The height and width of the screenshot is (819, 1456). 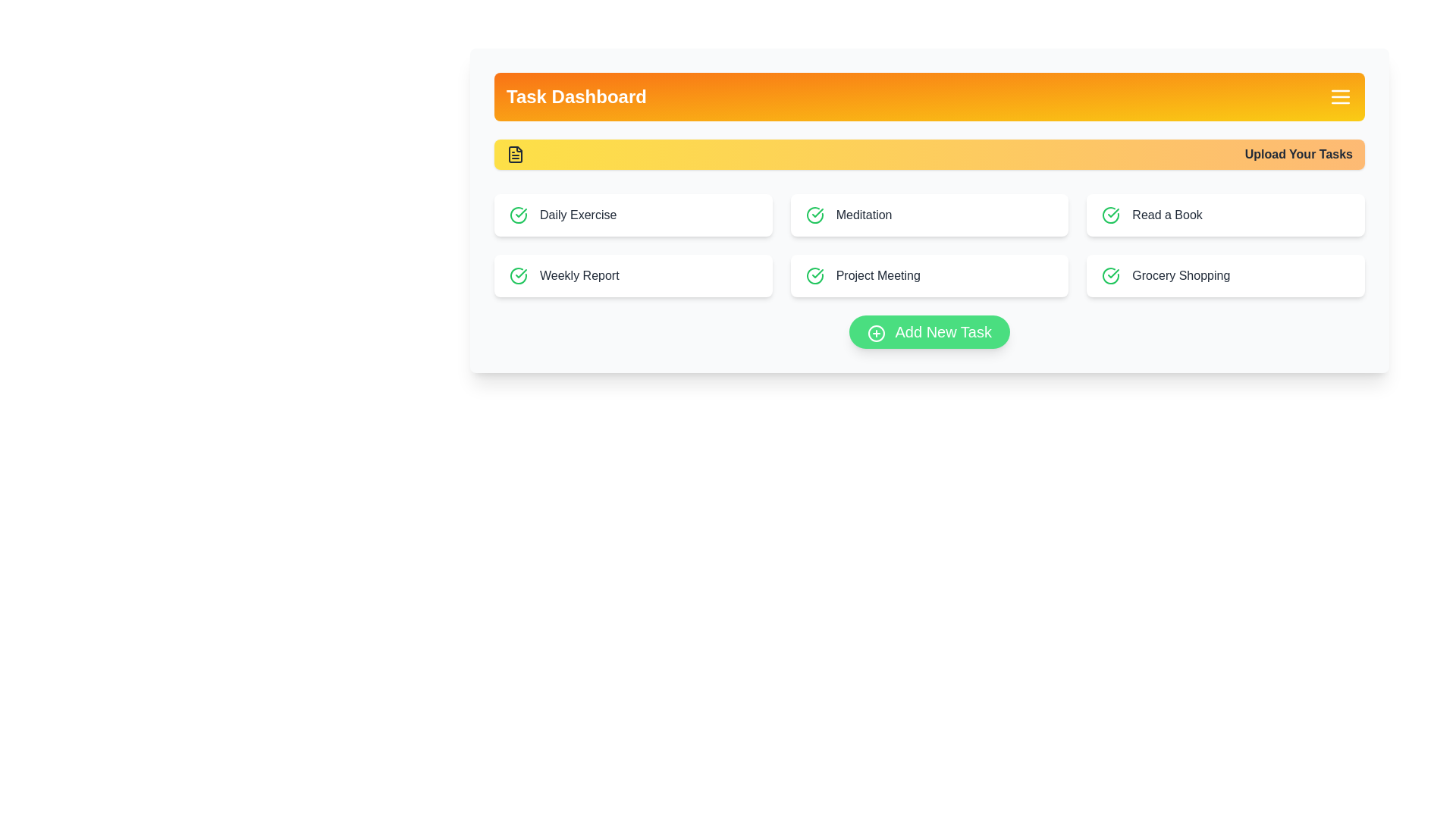 What do you see at coordinates (633, 275) in the screenshot?
I see `the task 'Weekly Report' from the task list` at bounding box center [633, 275].